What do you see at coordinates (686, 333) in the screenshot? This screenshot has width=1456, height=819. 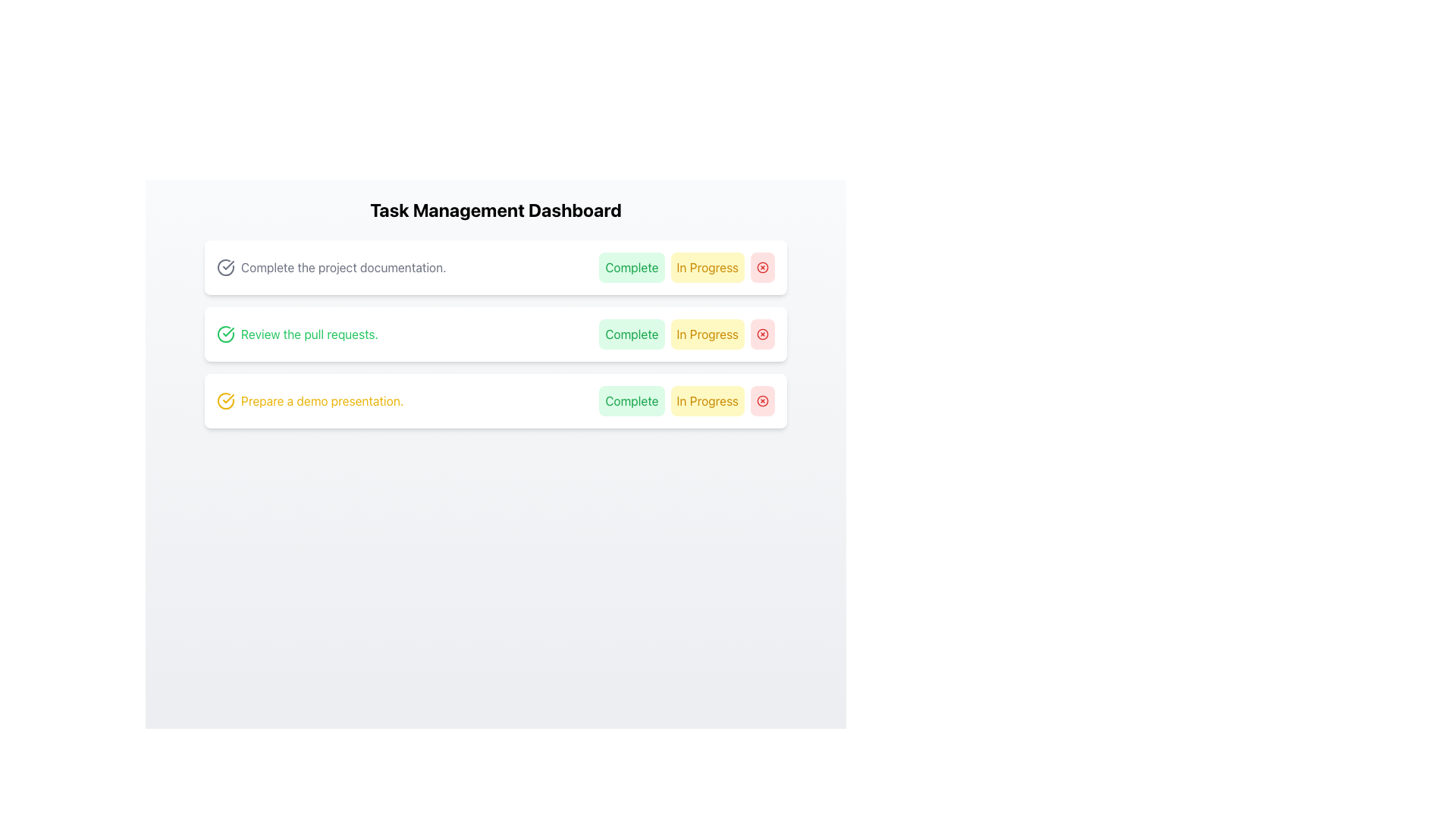 I see `the group of actionable buttons for the task 'Review the pull requests'` at bounding box center [686, 333].